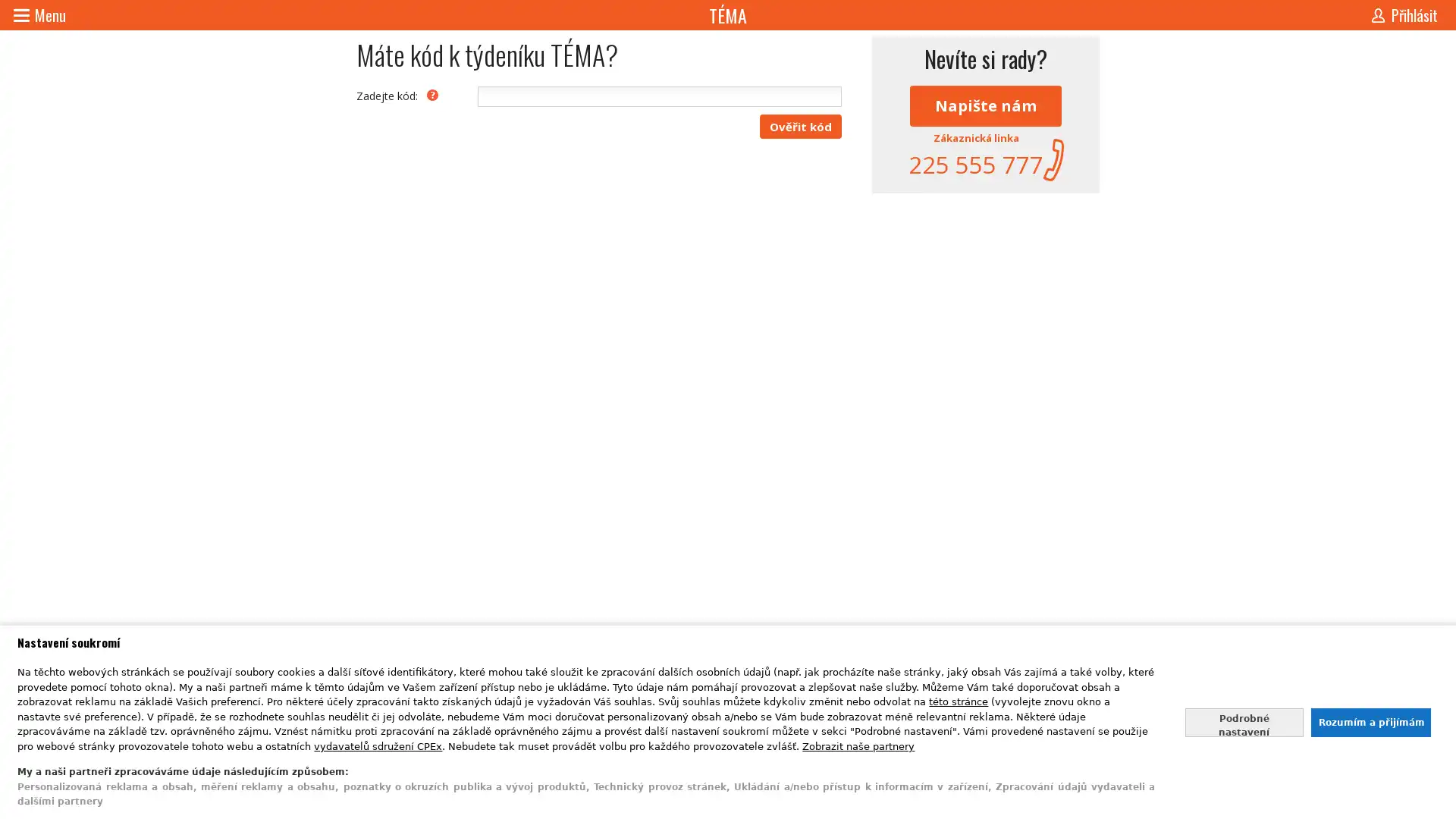 Image resolution: width=1456 pixels, height=819 pixels. What do you see at coordinates (1244, 721) in the screenshot?
I see `Nastavte sve souhlasy` at bounding box center [1244, 721].